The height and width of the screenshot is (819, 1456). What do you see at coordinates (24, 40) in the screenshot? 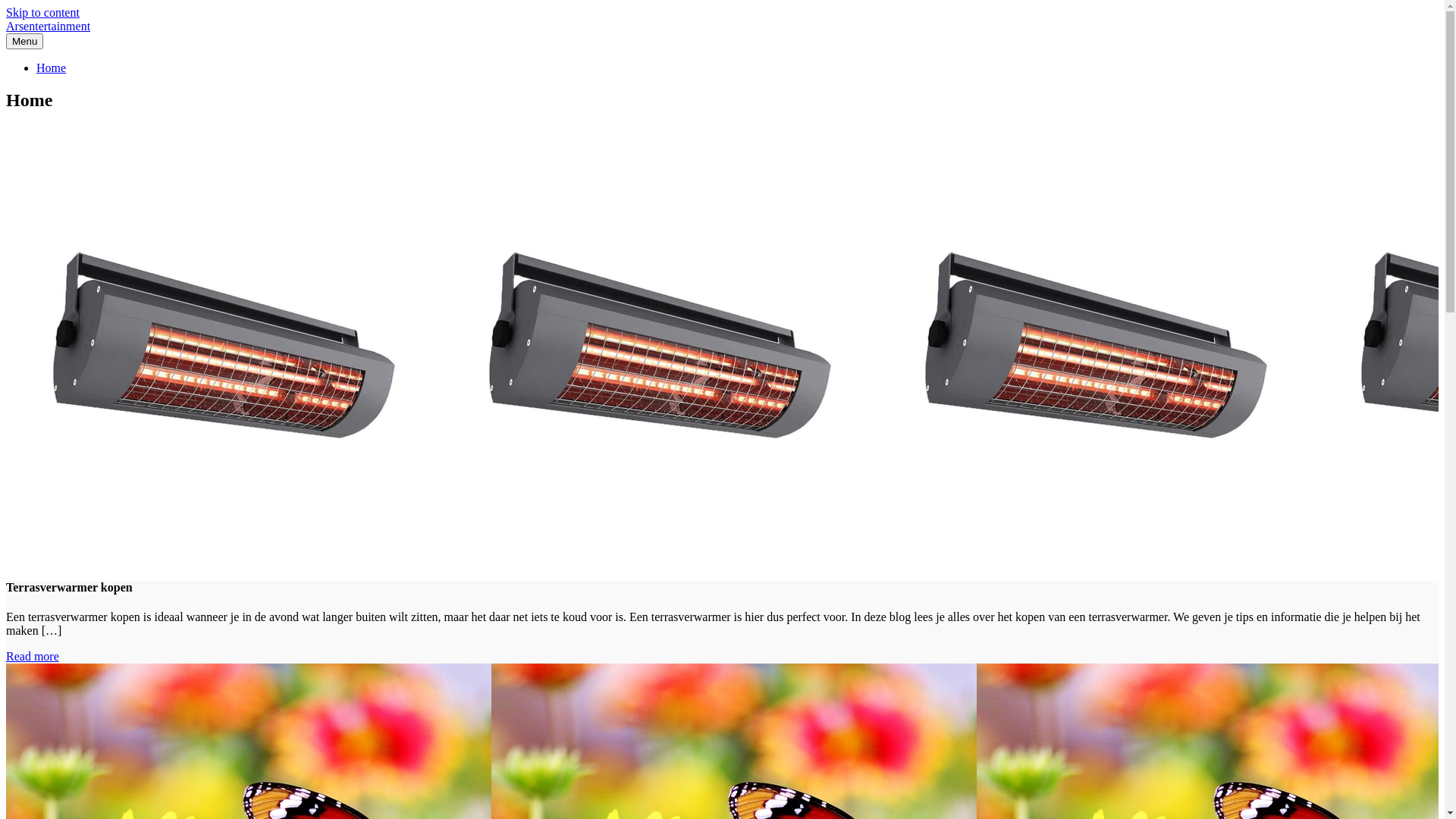
I see `'Menu'` at bounding box center [24, 40].